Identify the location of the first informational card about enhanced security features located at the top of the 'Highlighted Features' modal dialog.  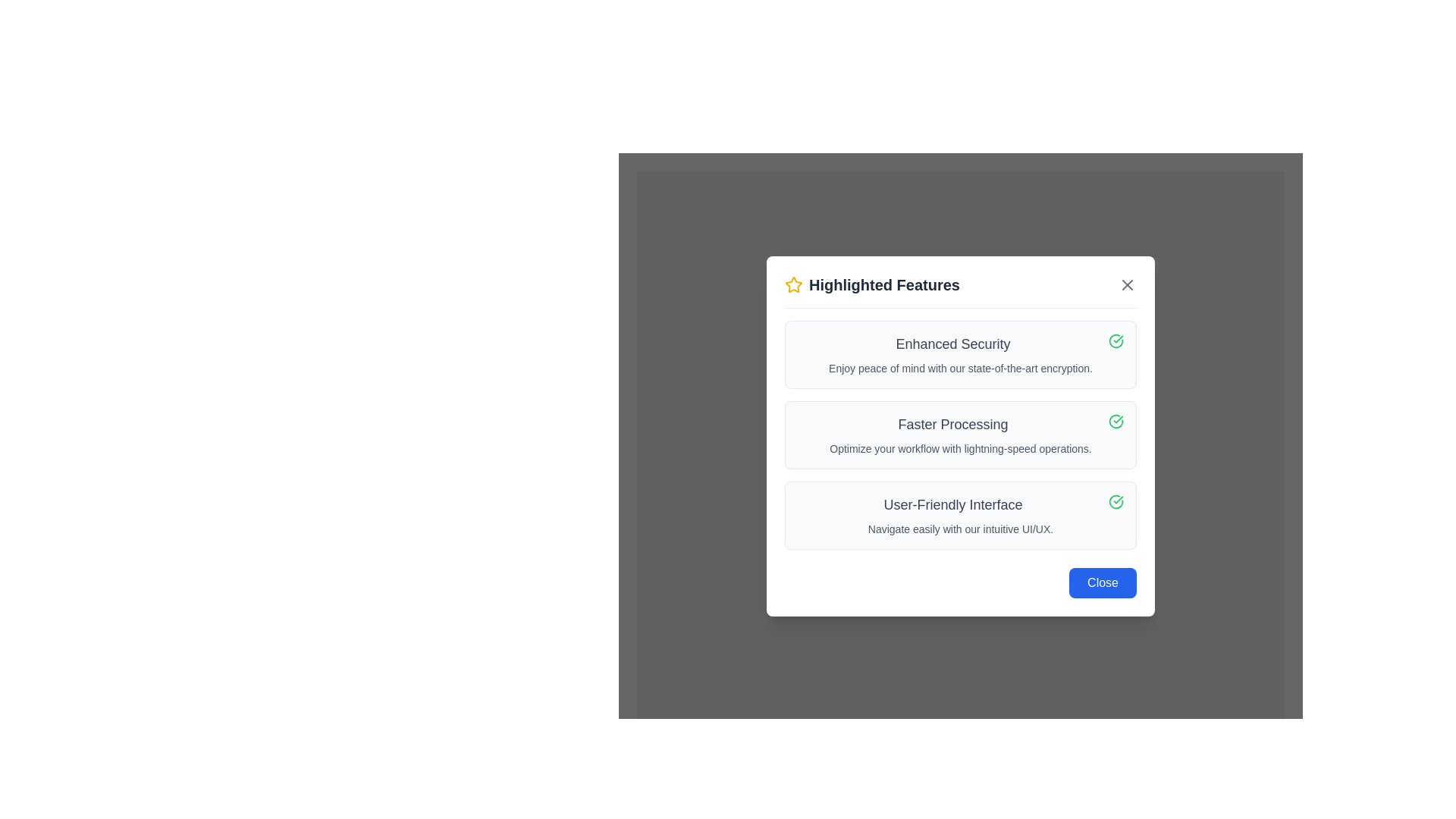
(960, 354).